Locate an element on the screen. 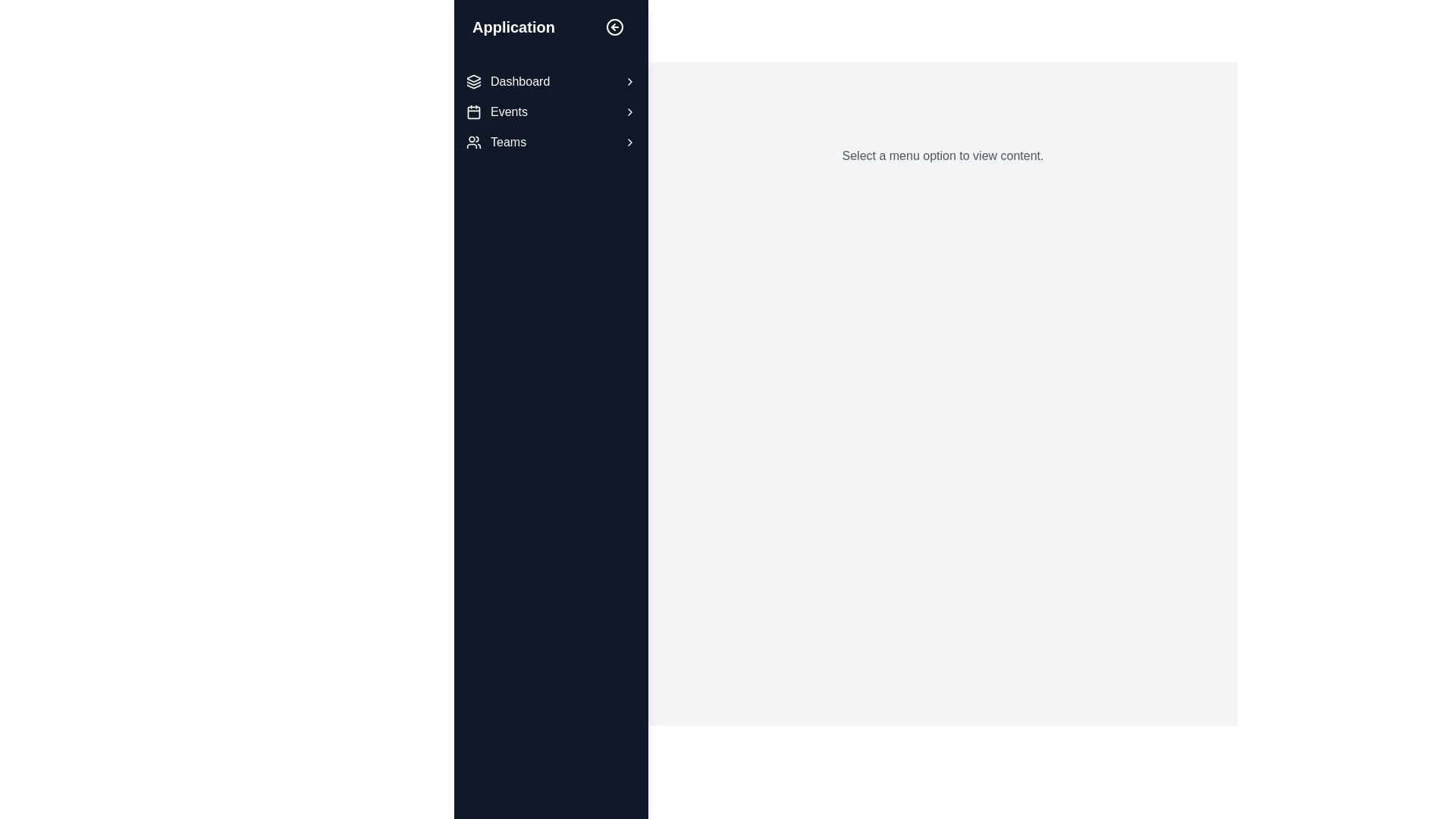  the 'Events' navigation menu item is located at coordinates (550, 111).